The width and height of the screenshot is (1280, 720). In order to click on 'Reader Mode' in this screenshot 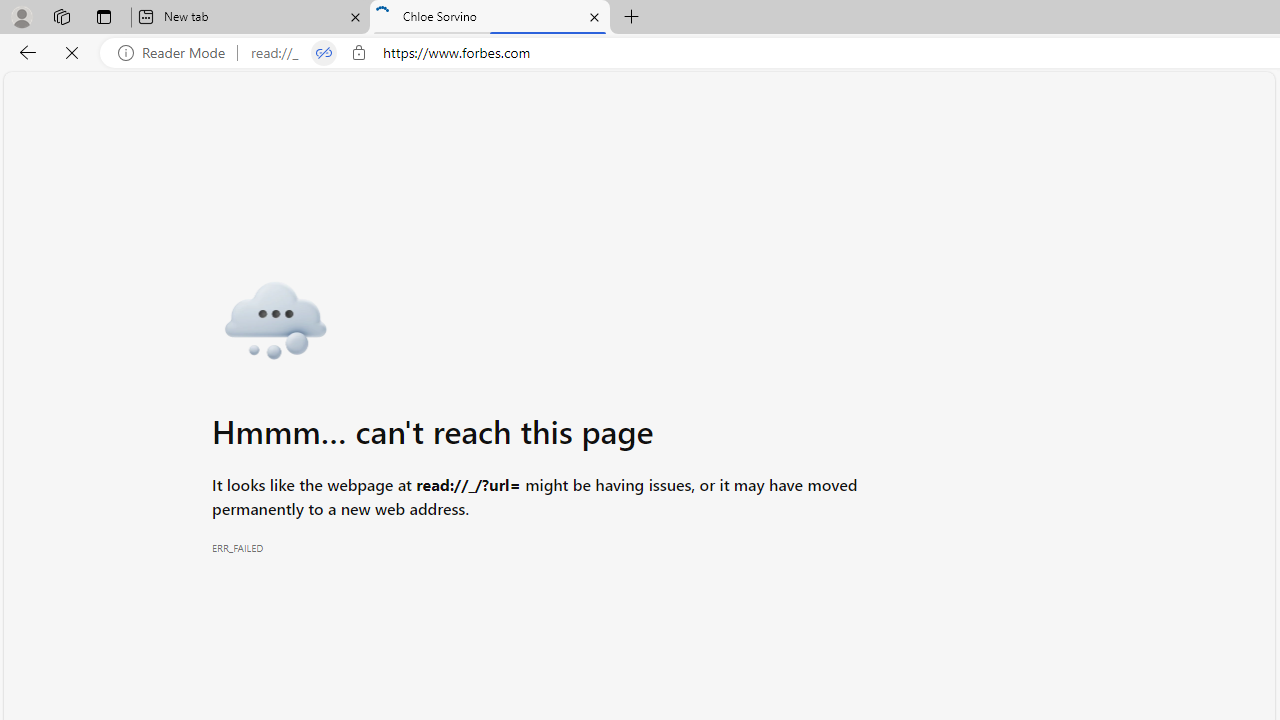, I will do `click(177, 52)`.